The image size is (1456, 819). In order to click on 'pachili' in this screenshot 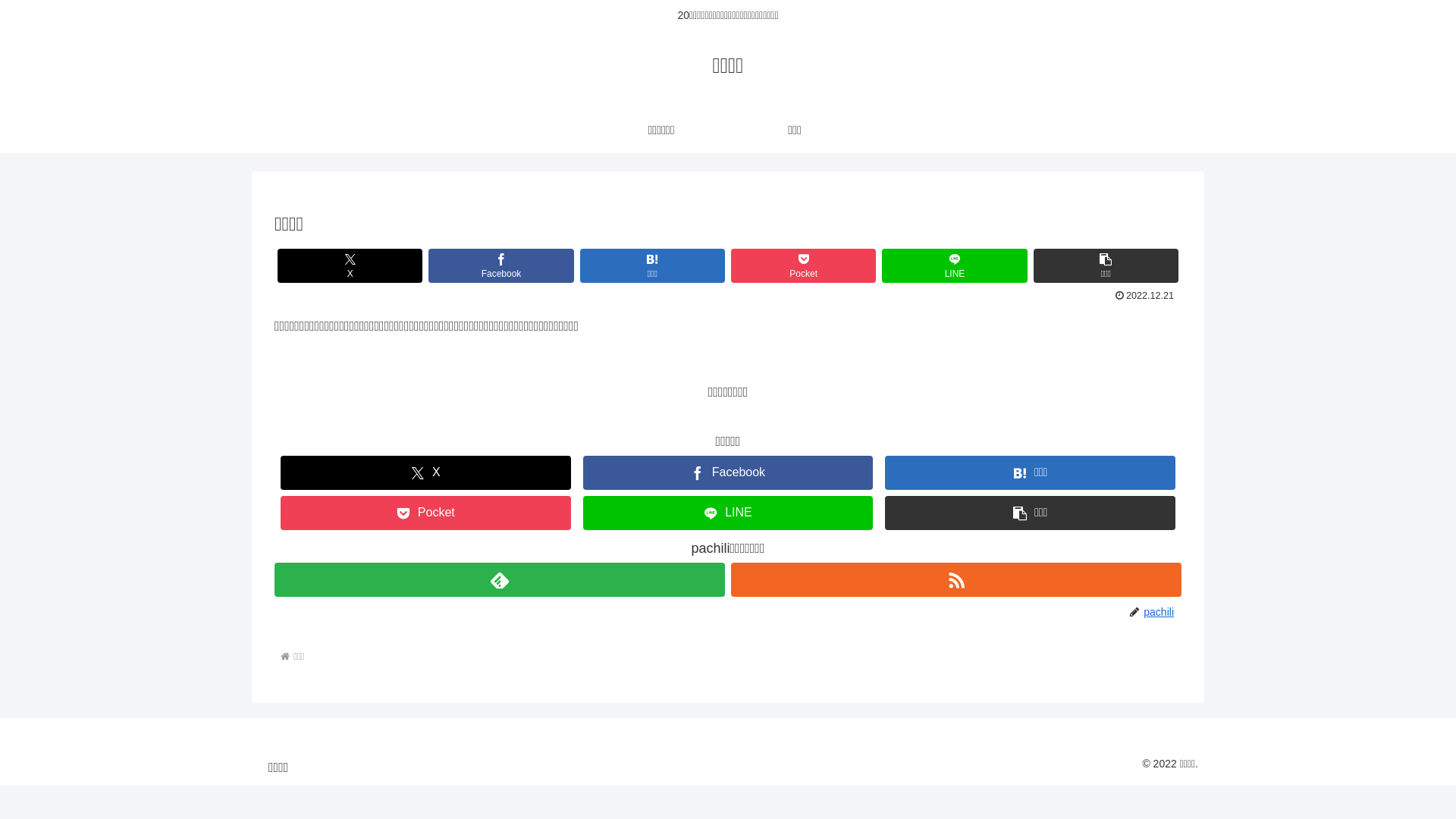, I will do `click(1160, 610)`.